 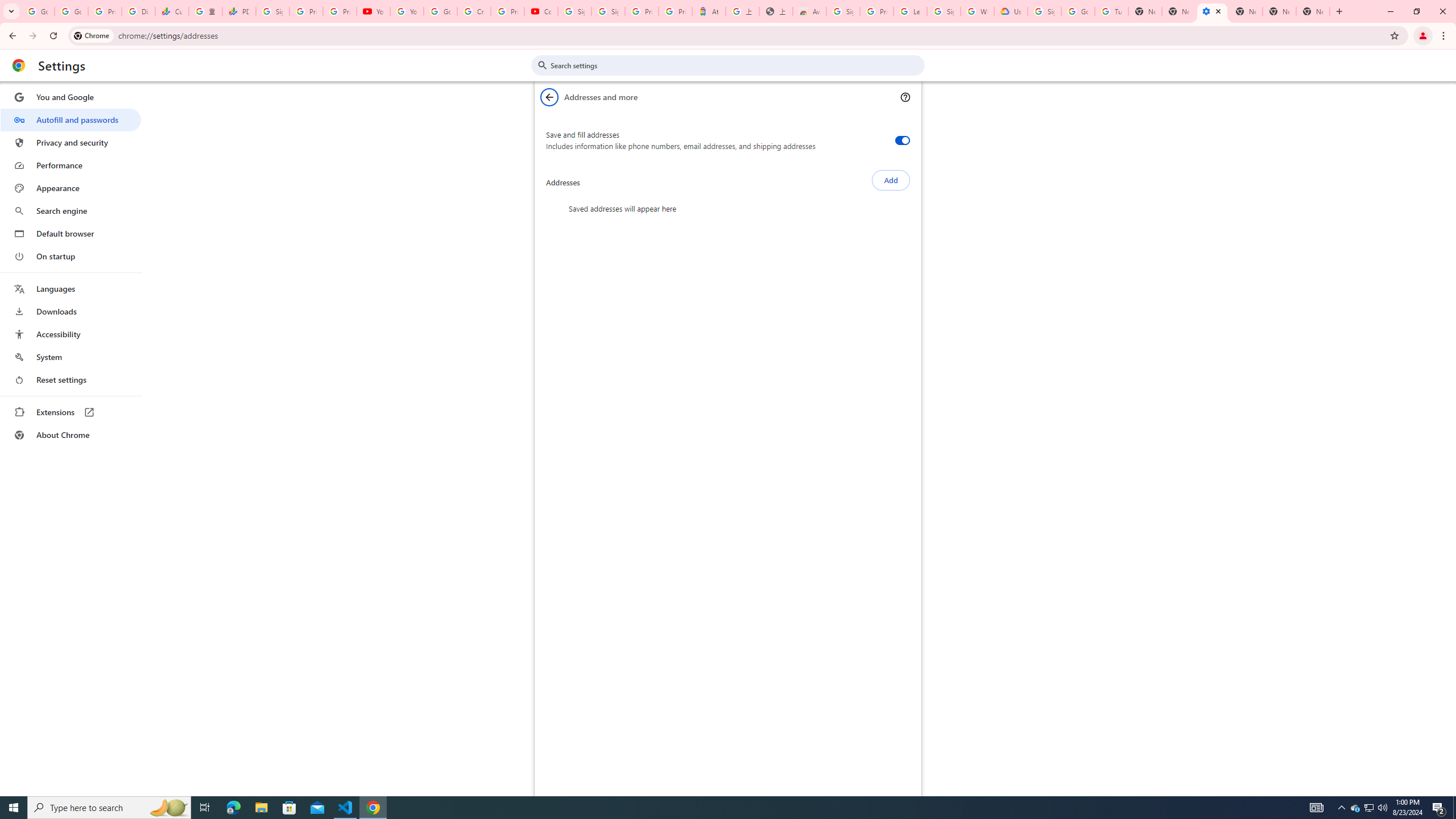 I want to click on 'Sign in - Google Accounts', so click(x=943, y=11).